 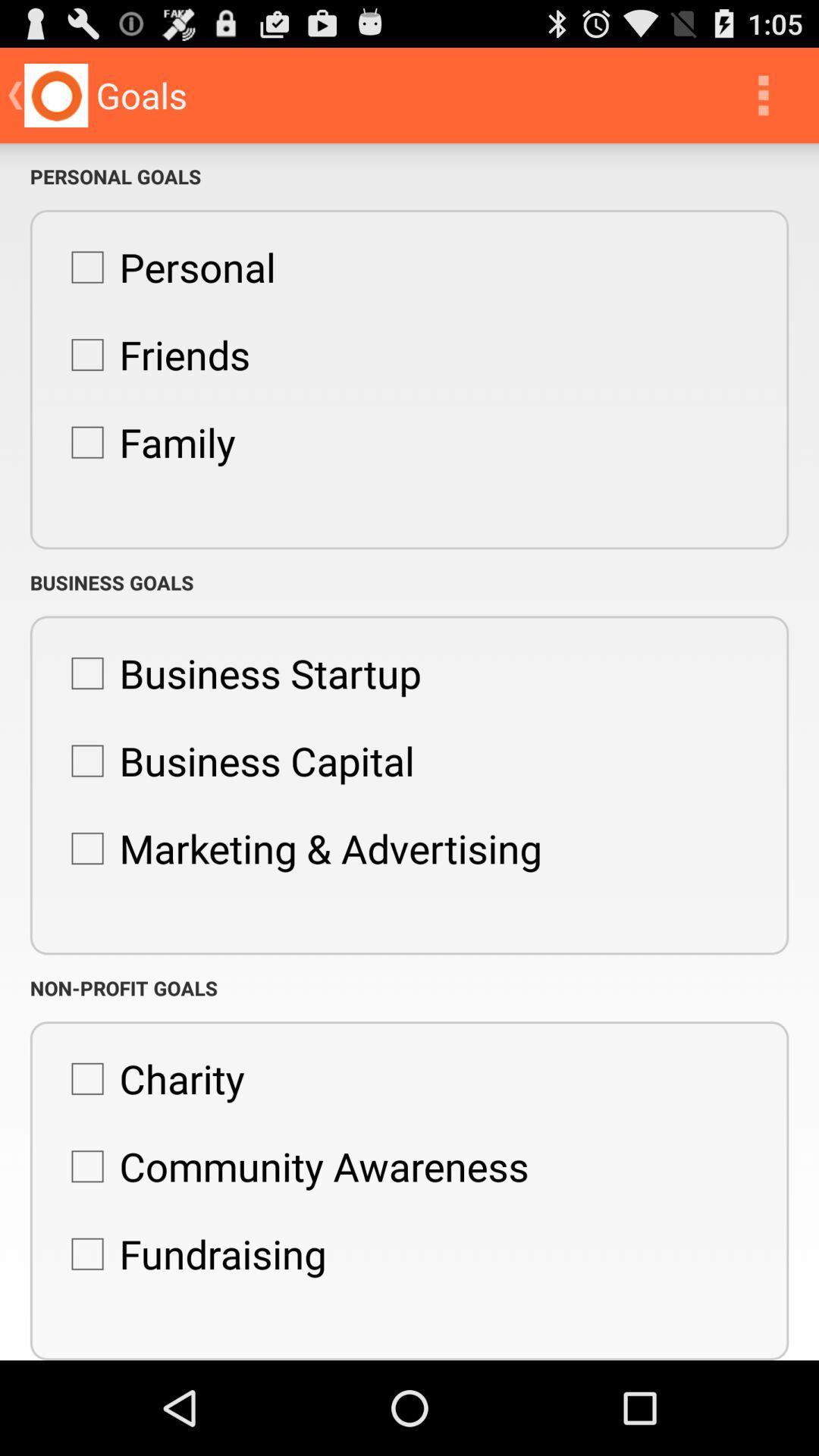 I want to click on icon above the marketing & advertising item, so click(x=235, y=761).